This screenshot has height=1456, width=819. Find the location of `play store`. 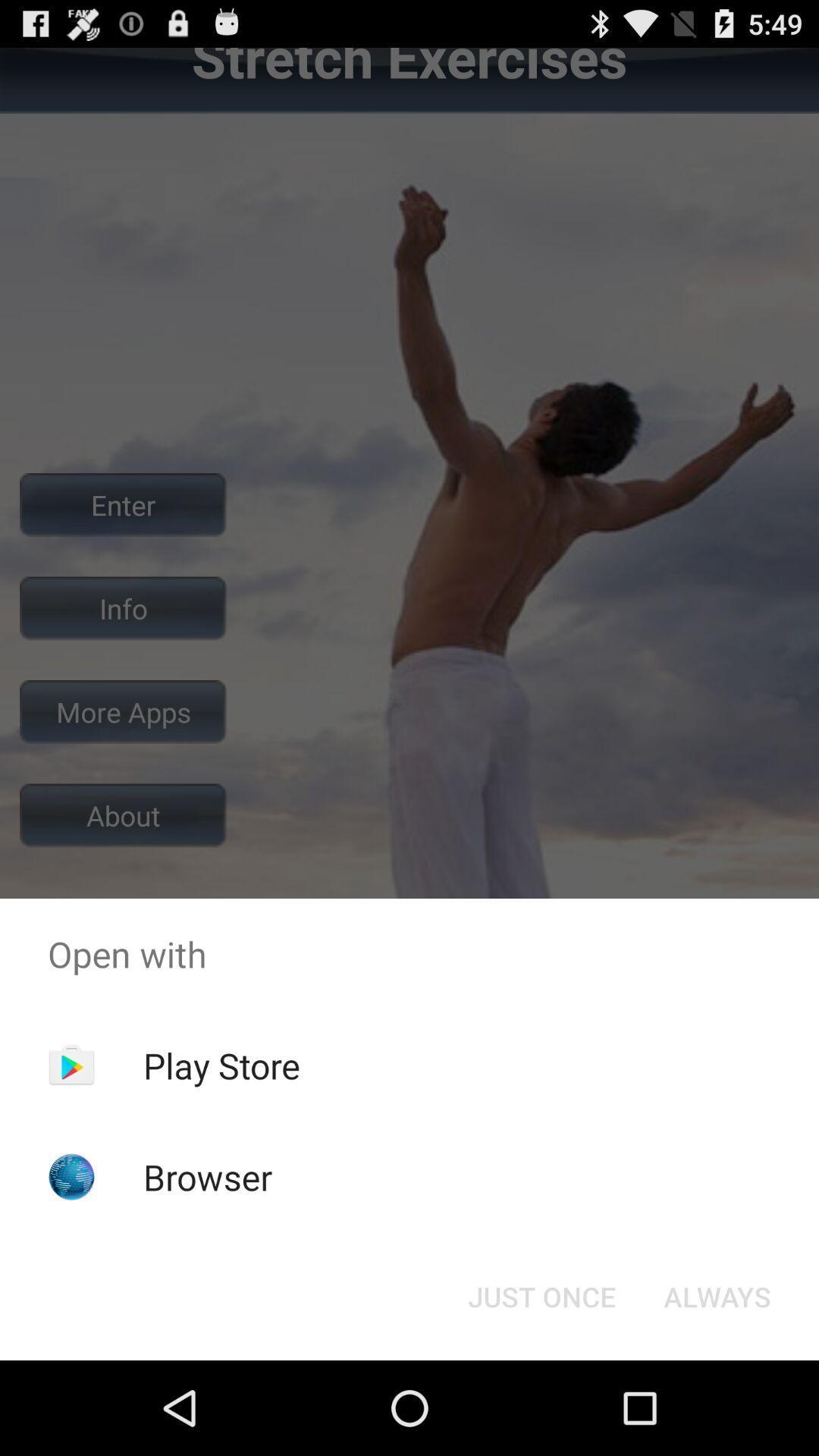

play store is located at coordinates (221, 1065).